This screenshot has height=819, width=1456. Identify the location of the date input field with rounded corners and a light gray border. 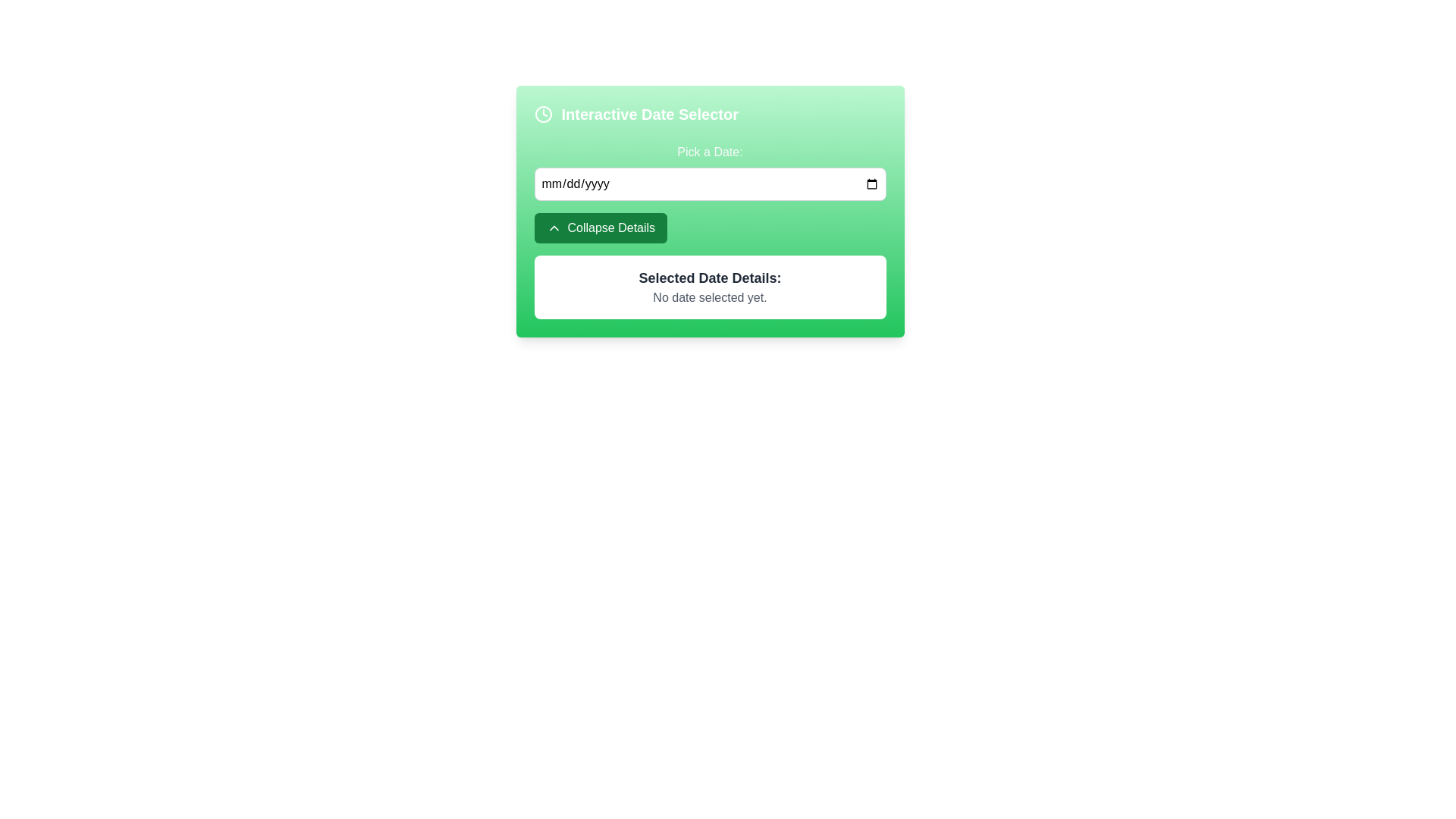
(709, 184).